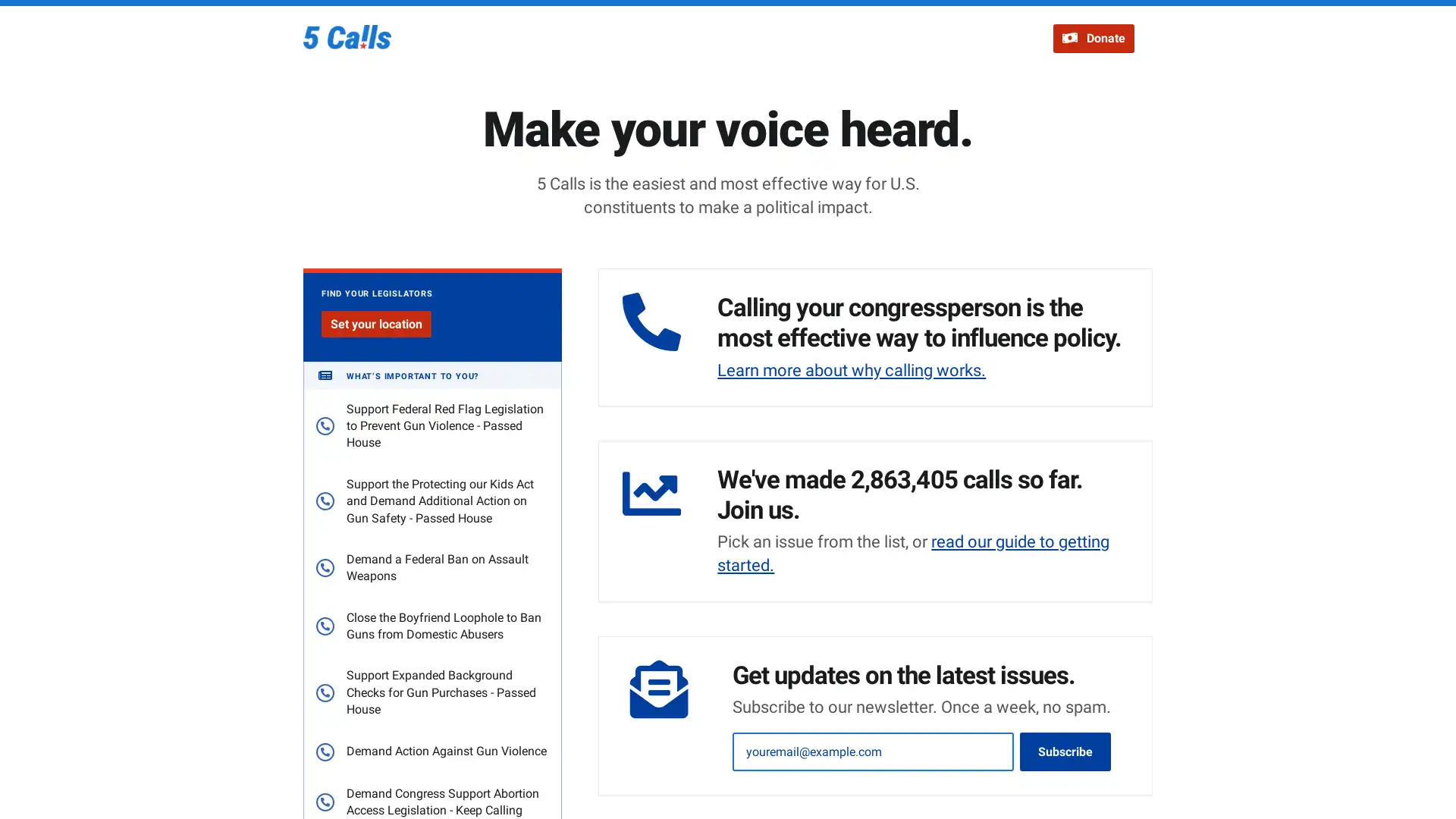 This screenshot has height=819, width=1456. What do you see at coordinates (376, 323) in the screenshot?
I see `Set your location` at bounding box center [376, 323].